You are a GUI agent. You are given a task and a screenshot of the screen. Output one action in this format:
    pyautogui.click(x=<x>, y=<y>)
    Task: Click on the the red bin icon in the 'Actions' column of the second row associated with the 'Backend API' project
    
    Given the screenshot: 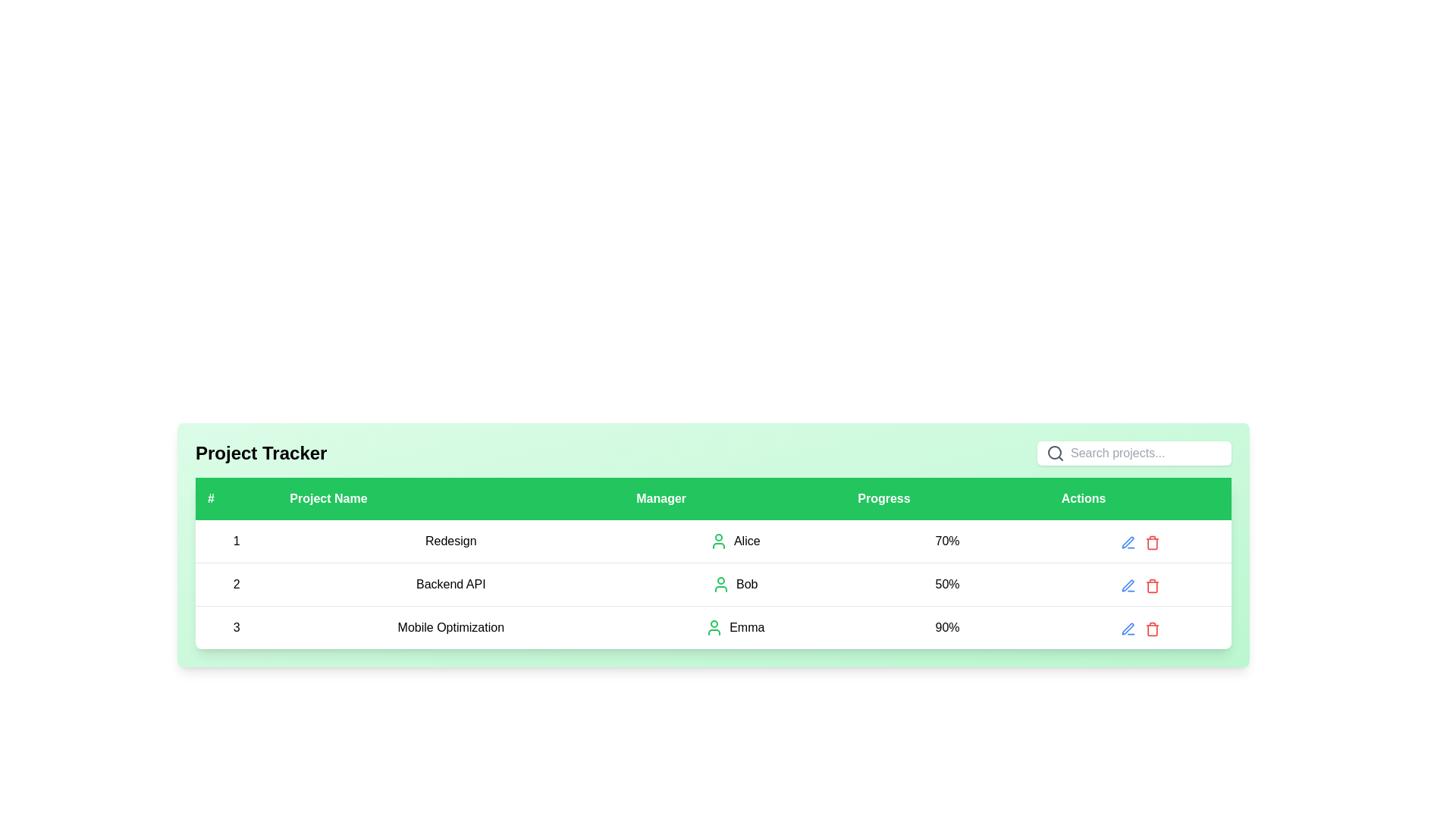 What is the action you would take?
    pyautogui.click(x=1140, y=585)
    